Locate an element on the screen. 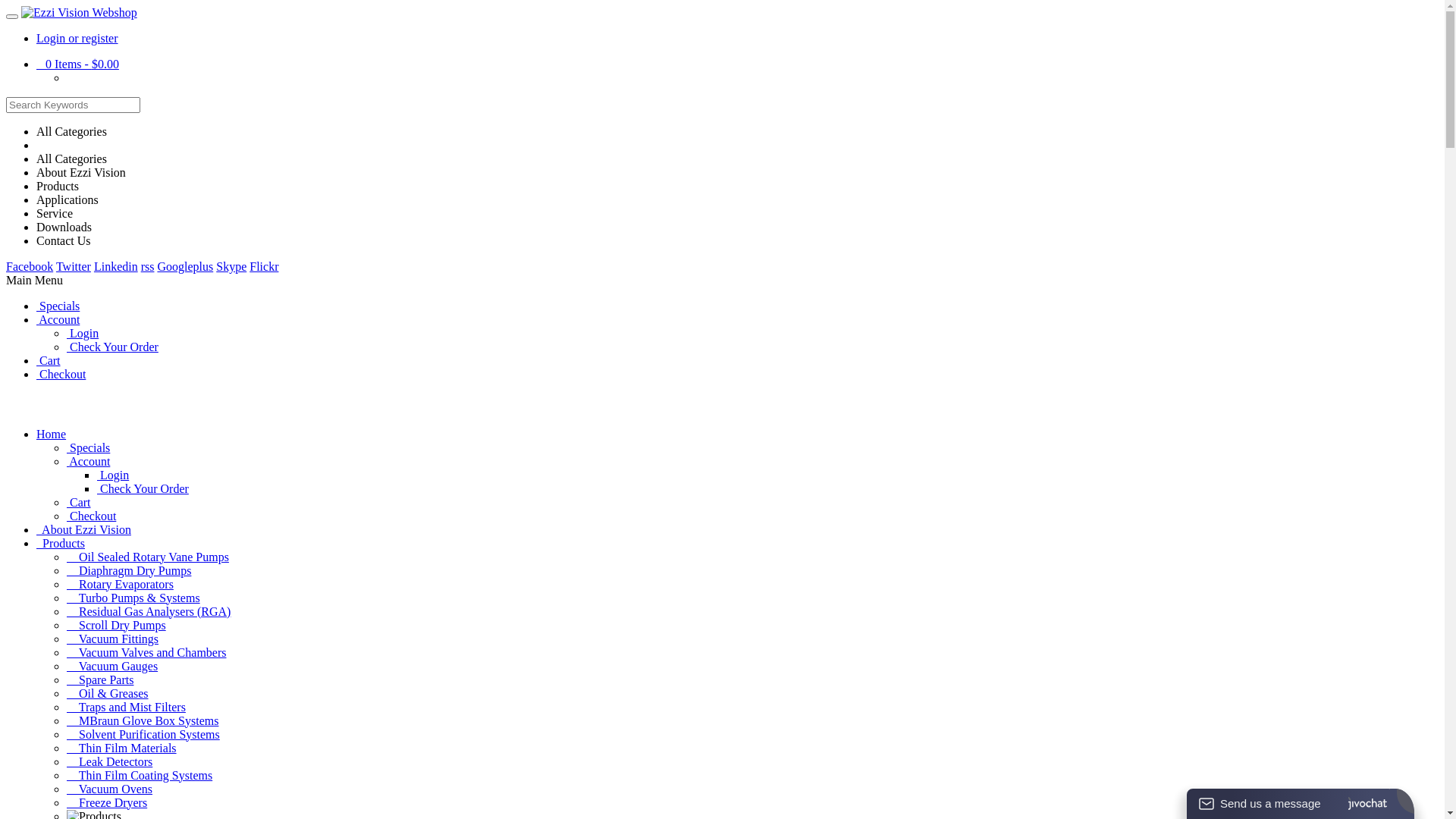 Image resolution: width=1456 pixels, height=819 pixels. '    Vacuum Fittings' is located at coordinates (65, 639).